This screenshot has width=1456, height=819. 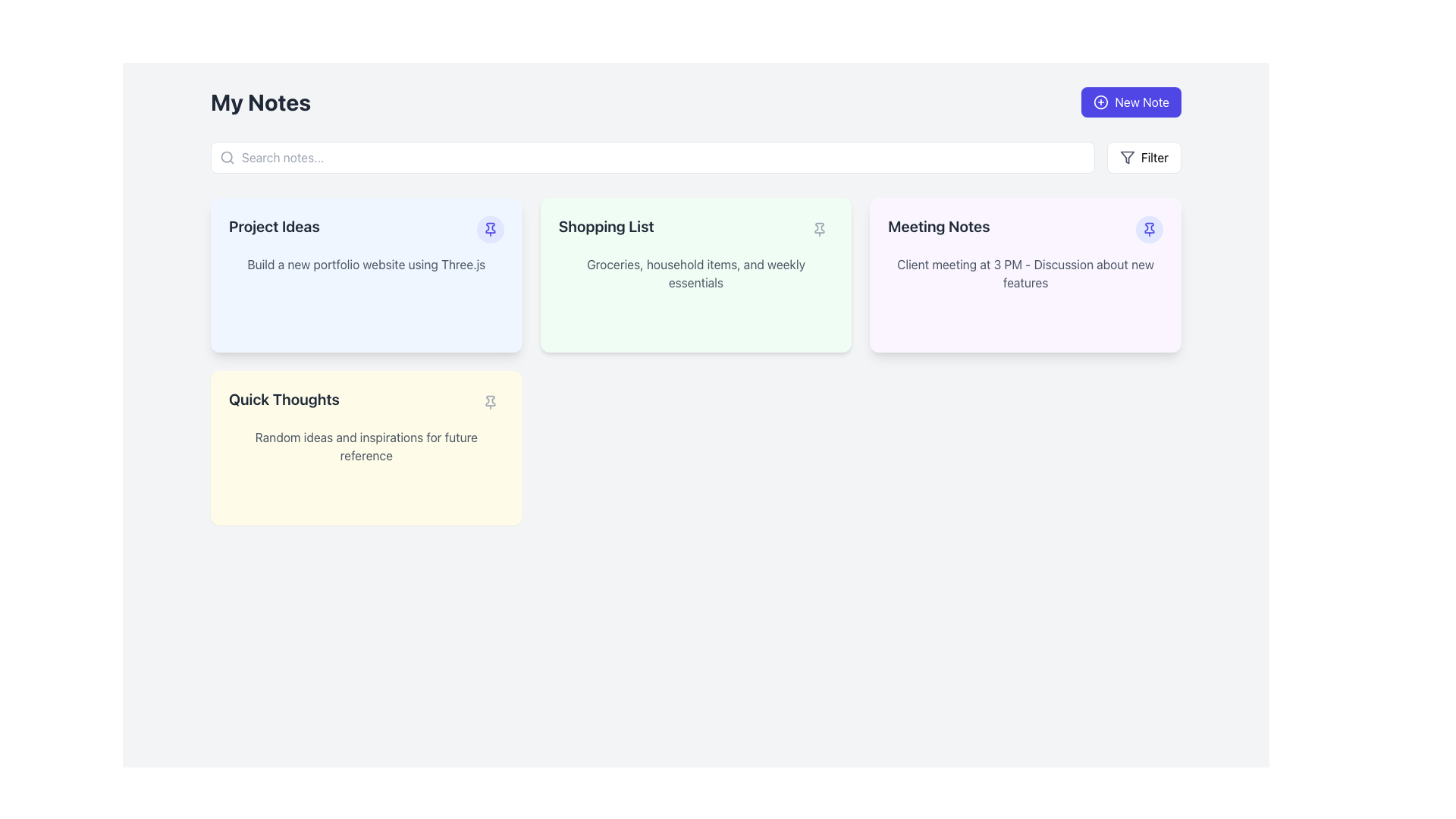 What do you see at coordinates (1150, 230) in the screenshot?
I see `the interactive button with pin icon located at the top-right corner of the 'Meeting Notes' card` at bounding box center [1150, 230].